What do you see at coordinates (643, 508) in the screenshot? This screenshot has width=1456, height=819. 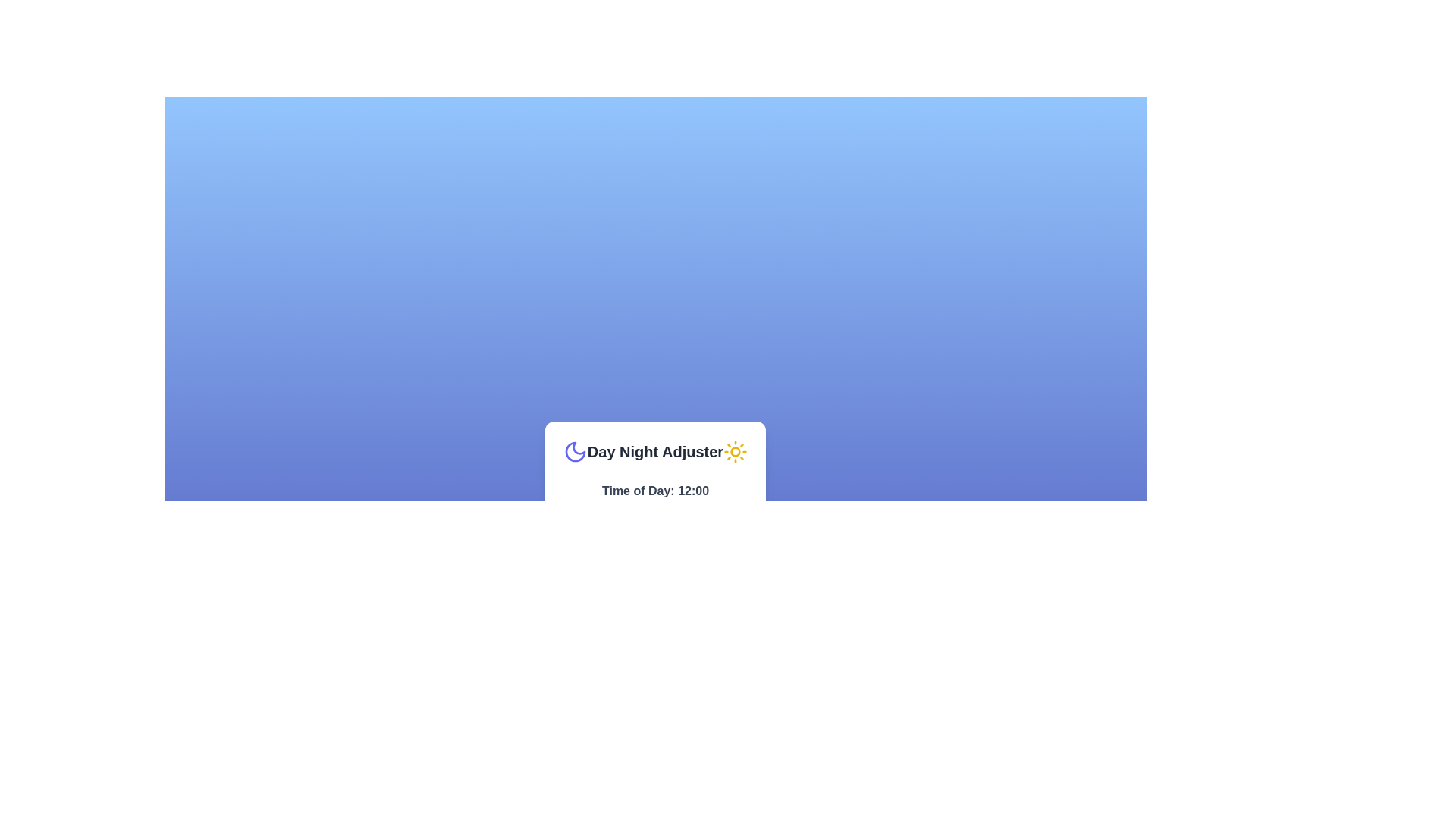 I see `the time to 10 hours using the slider` at bounding box center [643, 508].